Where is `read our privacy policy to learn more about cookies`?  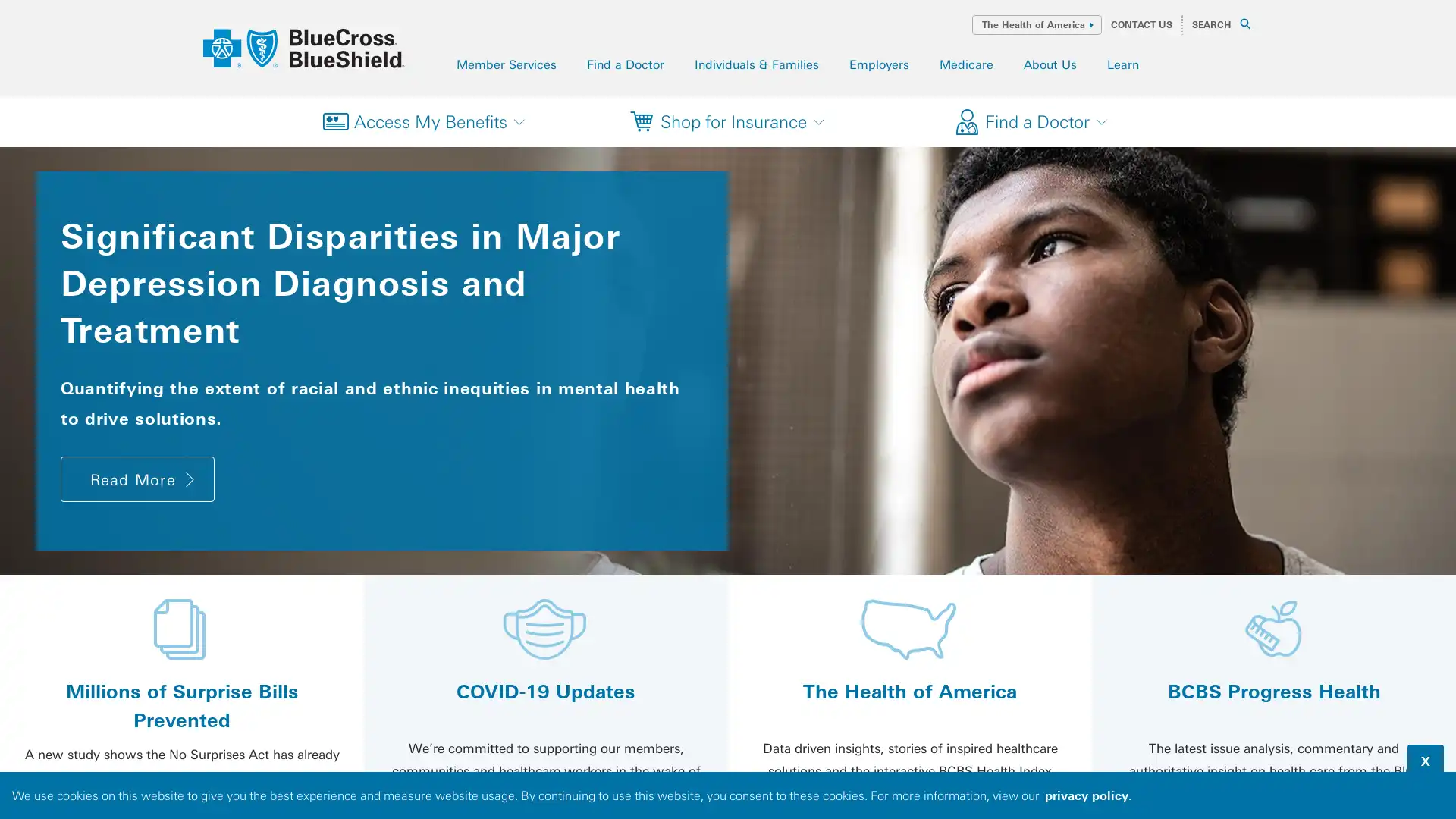 read our privacy policy to learn more about cookies is located at coordinates (1087, 794).